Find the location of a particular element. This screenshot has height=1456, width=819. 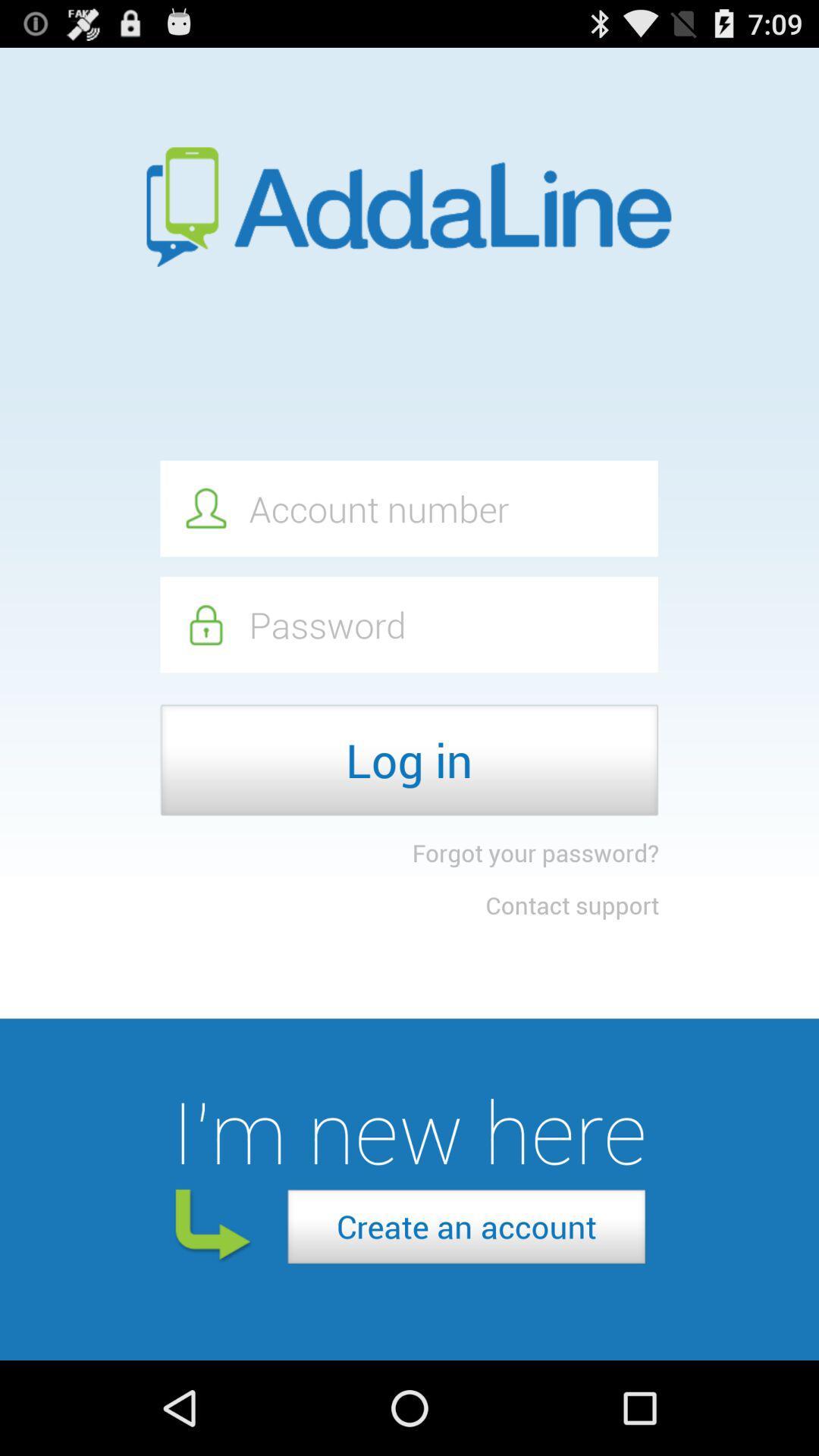

the icon above forgot your password? item is located at coordinates (408, 760).